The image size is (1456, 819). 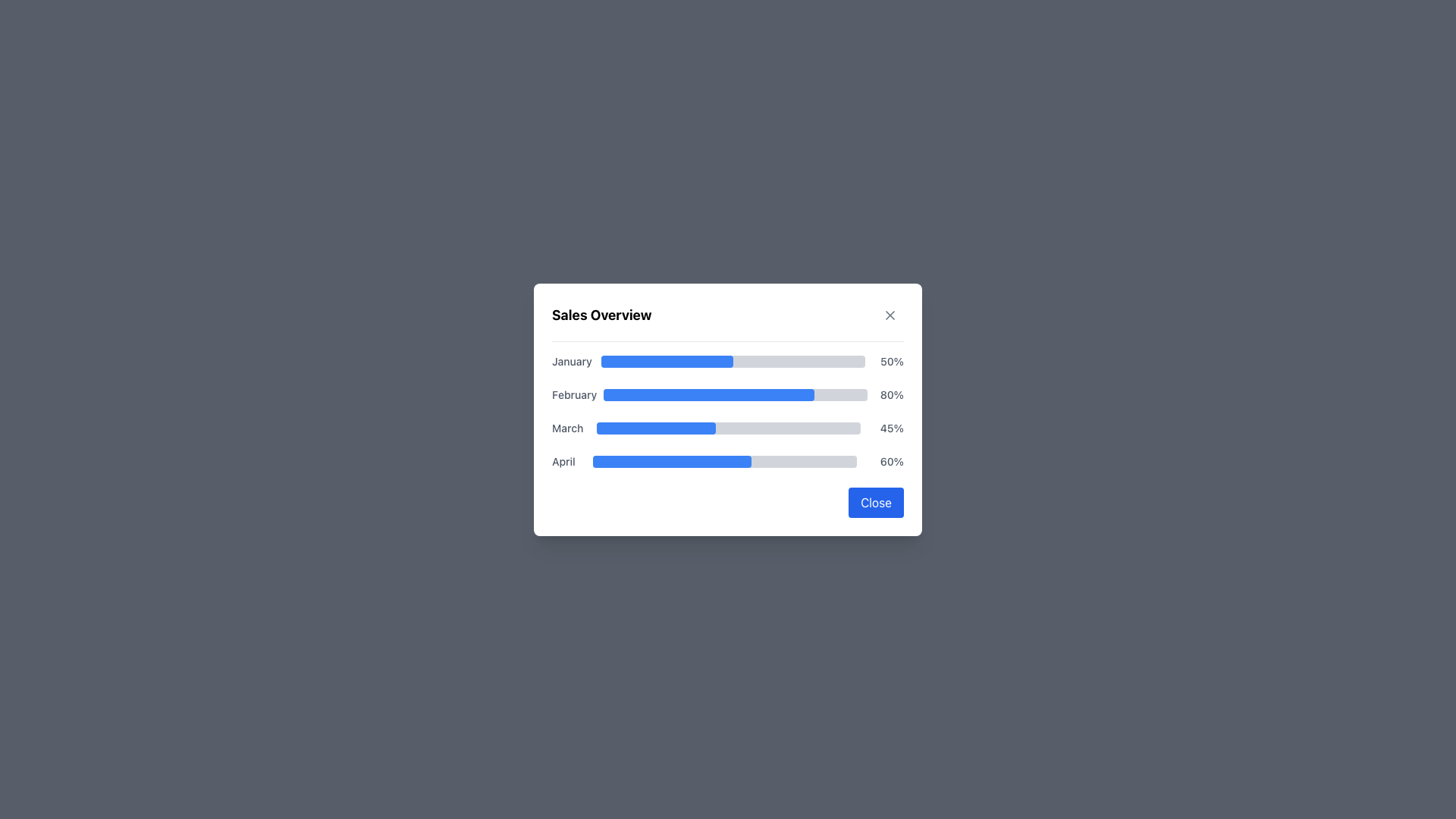 What do you see at coordinates (656, 428) in the screenshot?
I see `the progress indicator representing the completion percentage of the 'March' entry in the sales overview table` at bounding box center [656, 428].